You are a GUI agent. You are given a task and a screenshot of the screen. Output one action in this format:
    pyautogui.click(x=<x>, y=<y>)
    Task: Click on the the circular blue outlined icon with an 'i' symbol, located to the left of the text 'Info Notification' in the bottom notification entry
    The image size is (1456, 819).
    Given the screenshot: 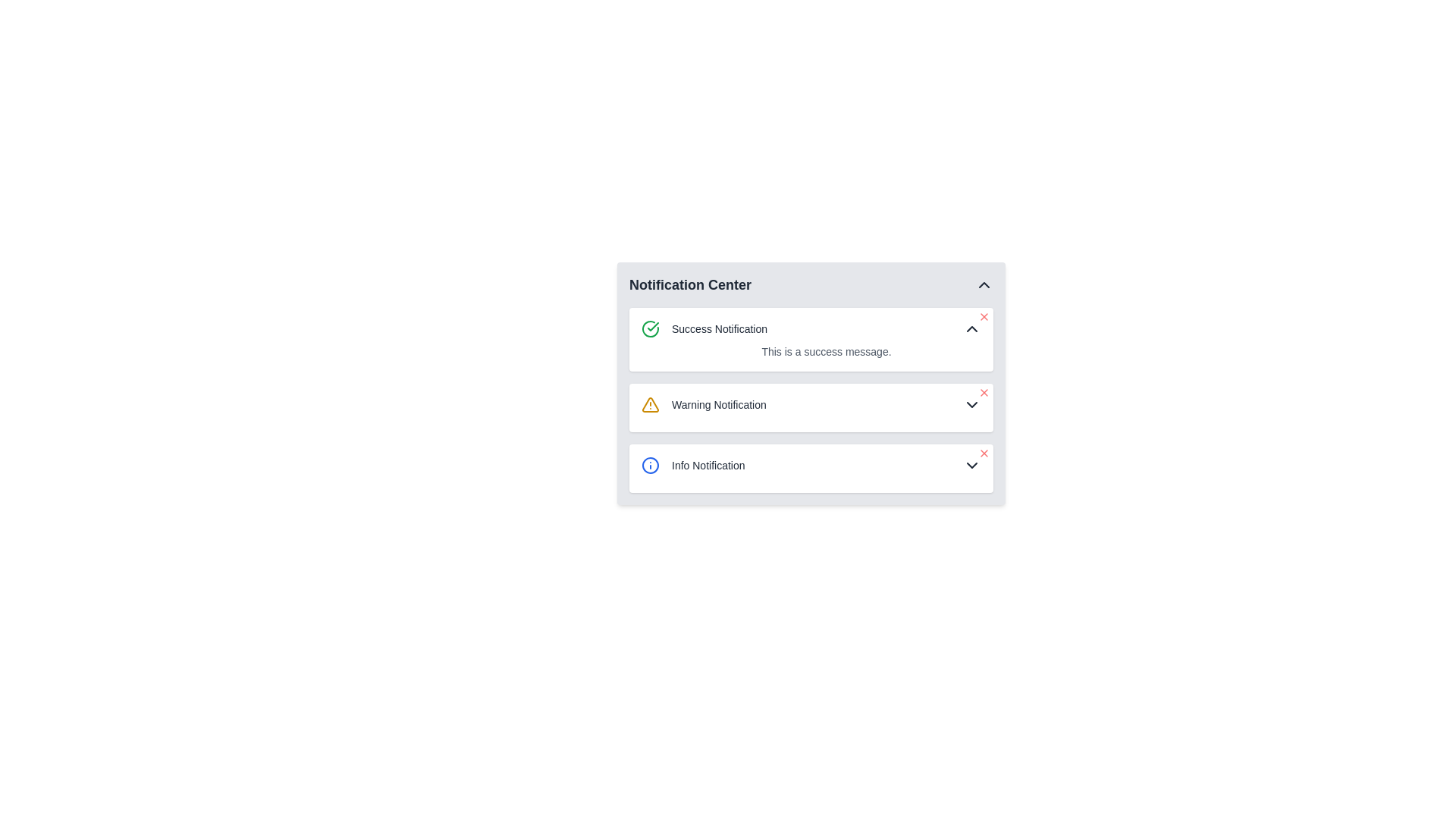 What is the action you would take?
    pyautogui.click(x=651, y=464)
    